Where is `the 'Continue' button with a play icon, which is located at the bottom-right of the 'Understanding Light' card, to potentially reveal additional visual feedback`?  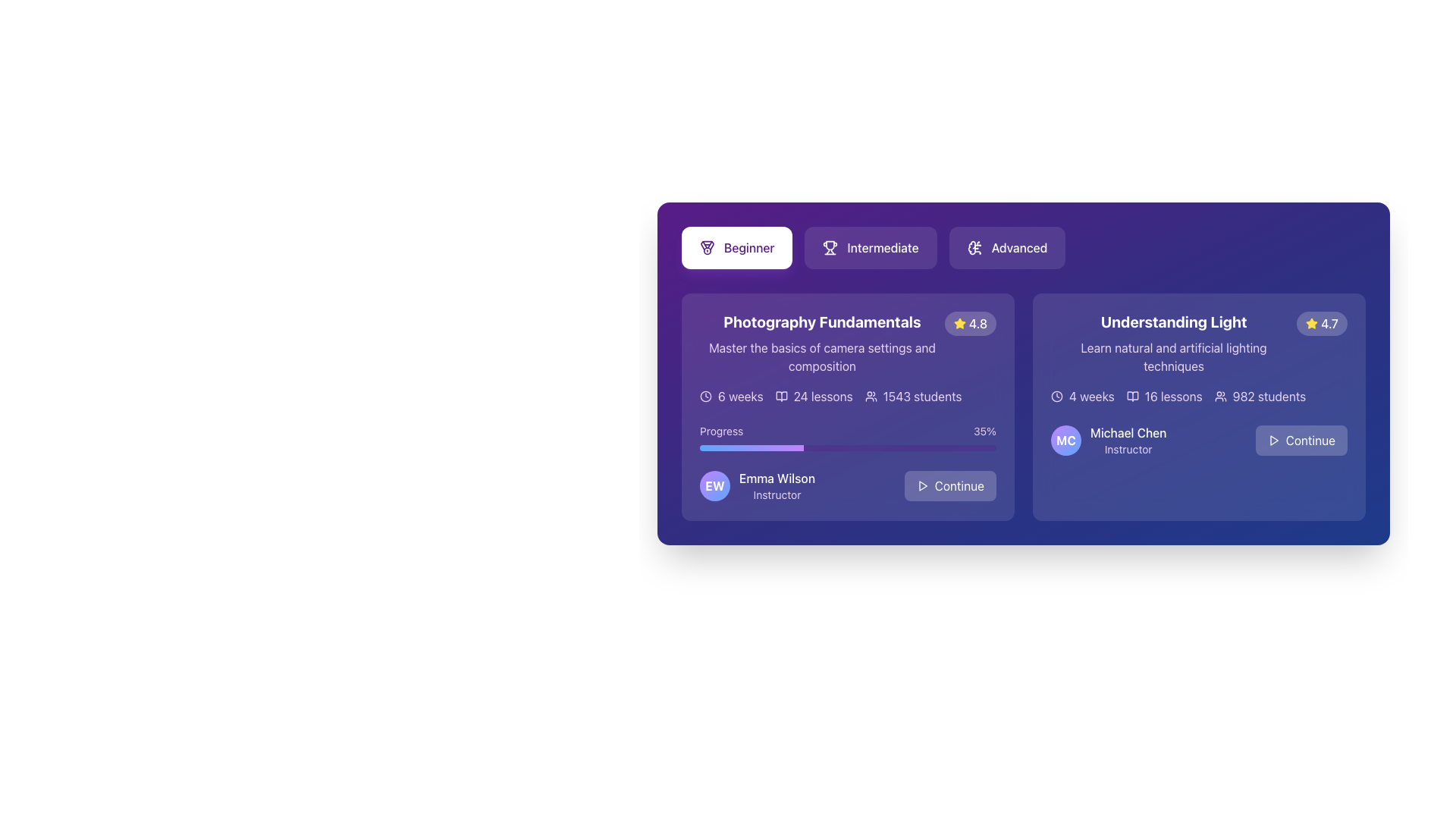
the 'Continue' button with a play icon, which is located at the bottom-right of the 'Understanding Light' card, to potentially reveal additional visual feedback is located at coordinates (1301, 441).